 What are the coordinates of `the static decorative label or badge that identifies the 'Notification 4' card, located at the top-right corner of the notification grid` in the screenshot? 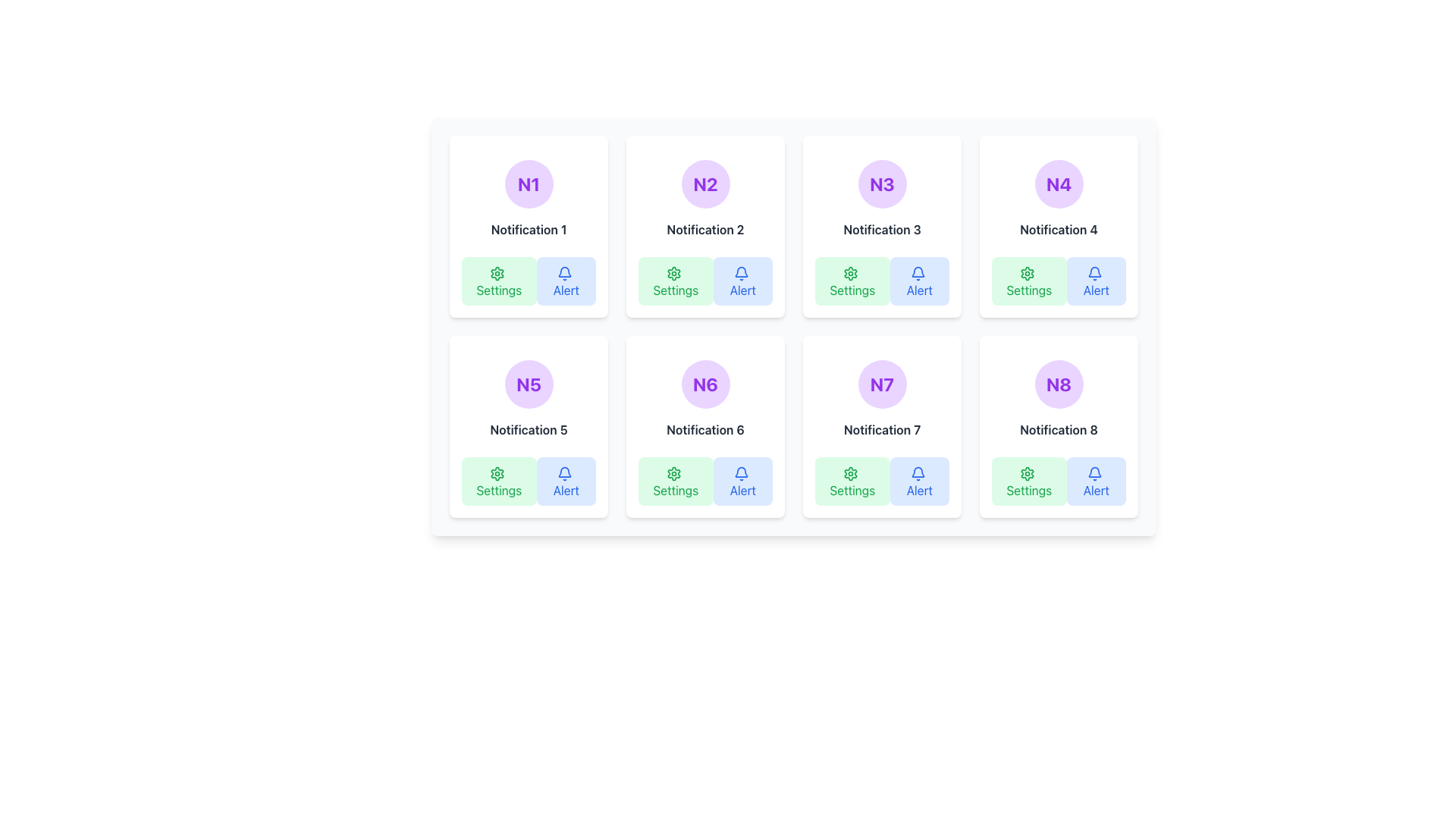 It's located at (1058, 184).